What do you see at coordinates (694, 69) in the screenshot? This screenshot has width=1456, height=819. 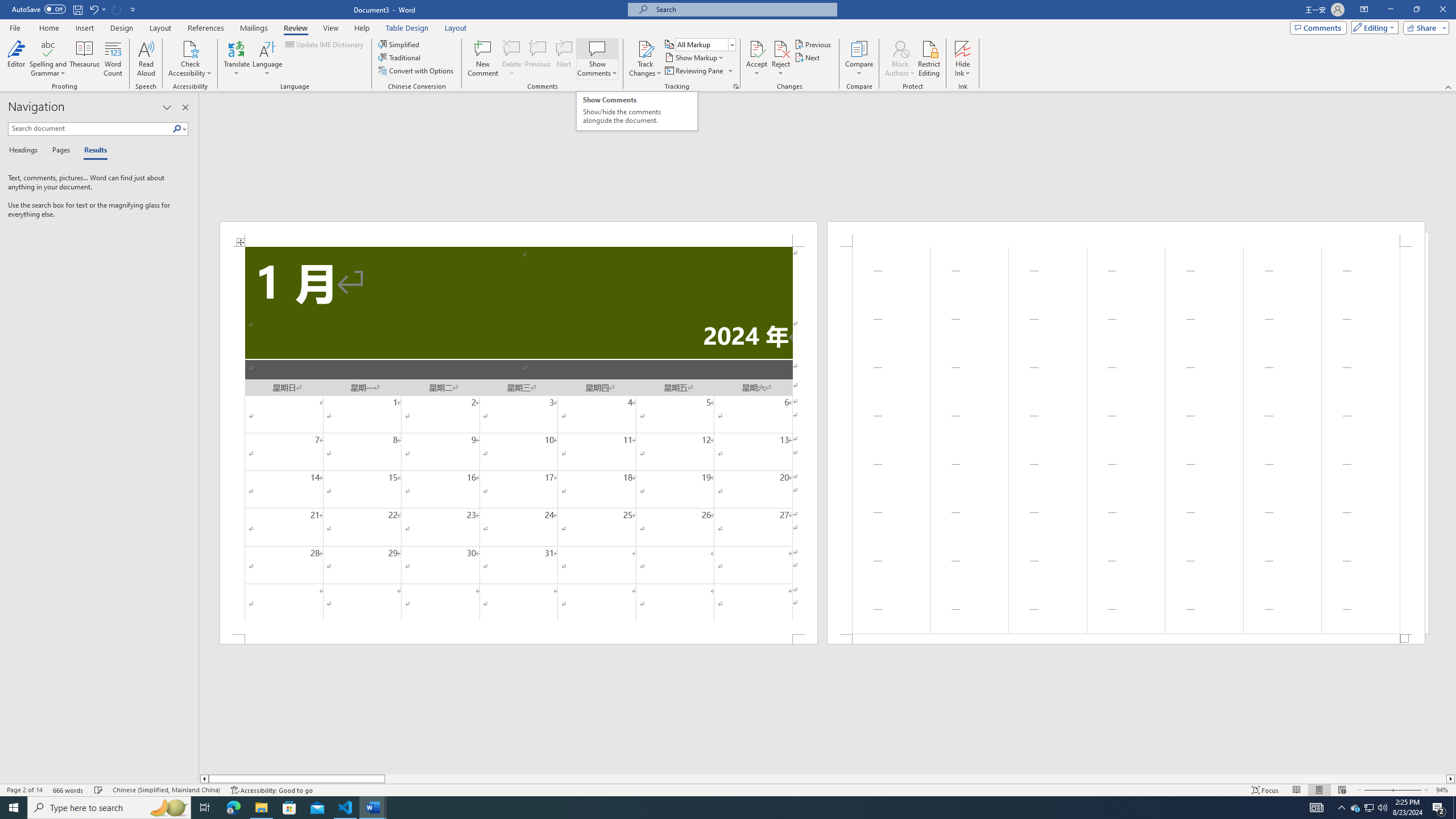 I see `'Reviewing Pane'` at bounding box center [694, 69].